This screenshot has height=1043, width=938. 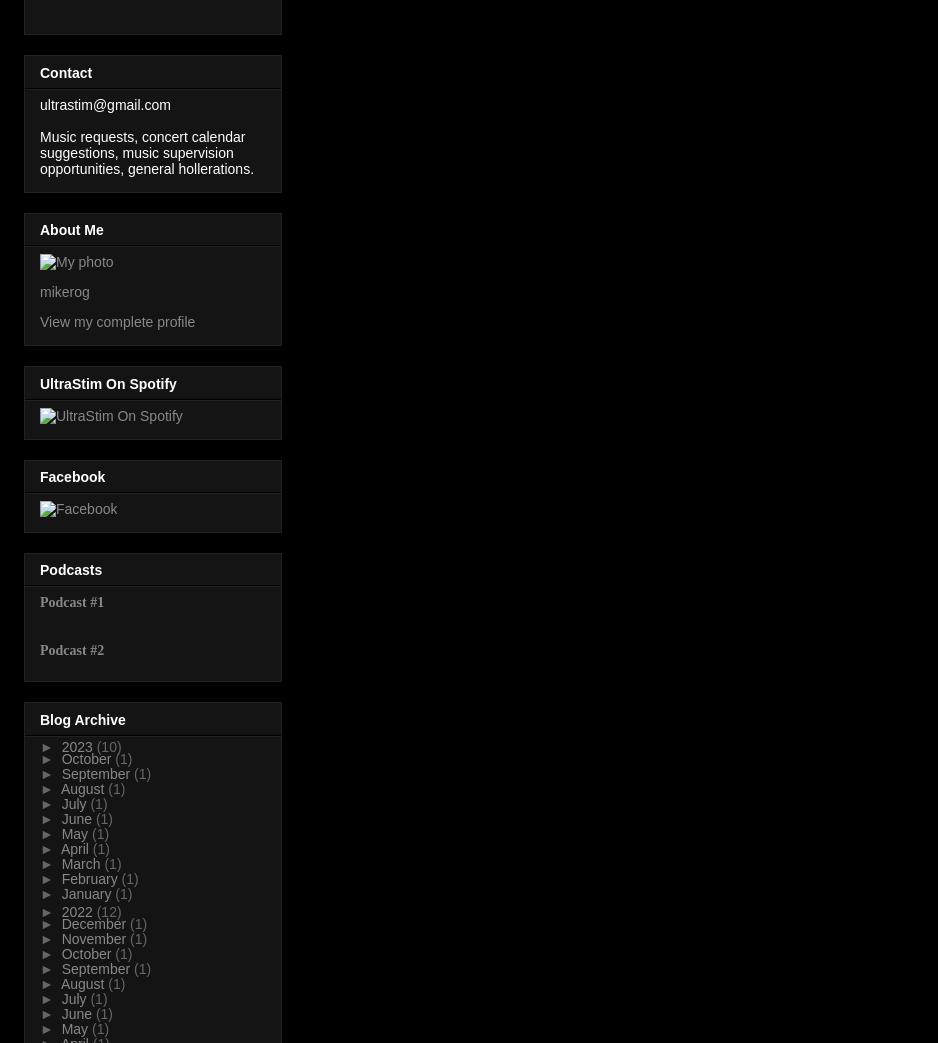 What do you see at coordinates (87, 893) in the screenshot?
I see `'January'` at bounding box center [87, 893].